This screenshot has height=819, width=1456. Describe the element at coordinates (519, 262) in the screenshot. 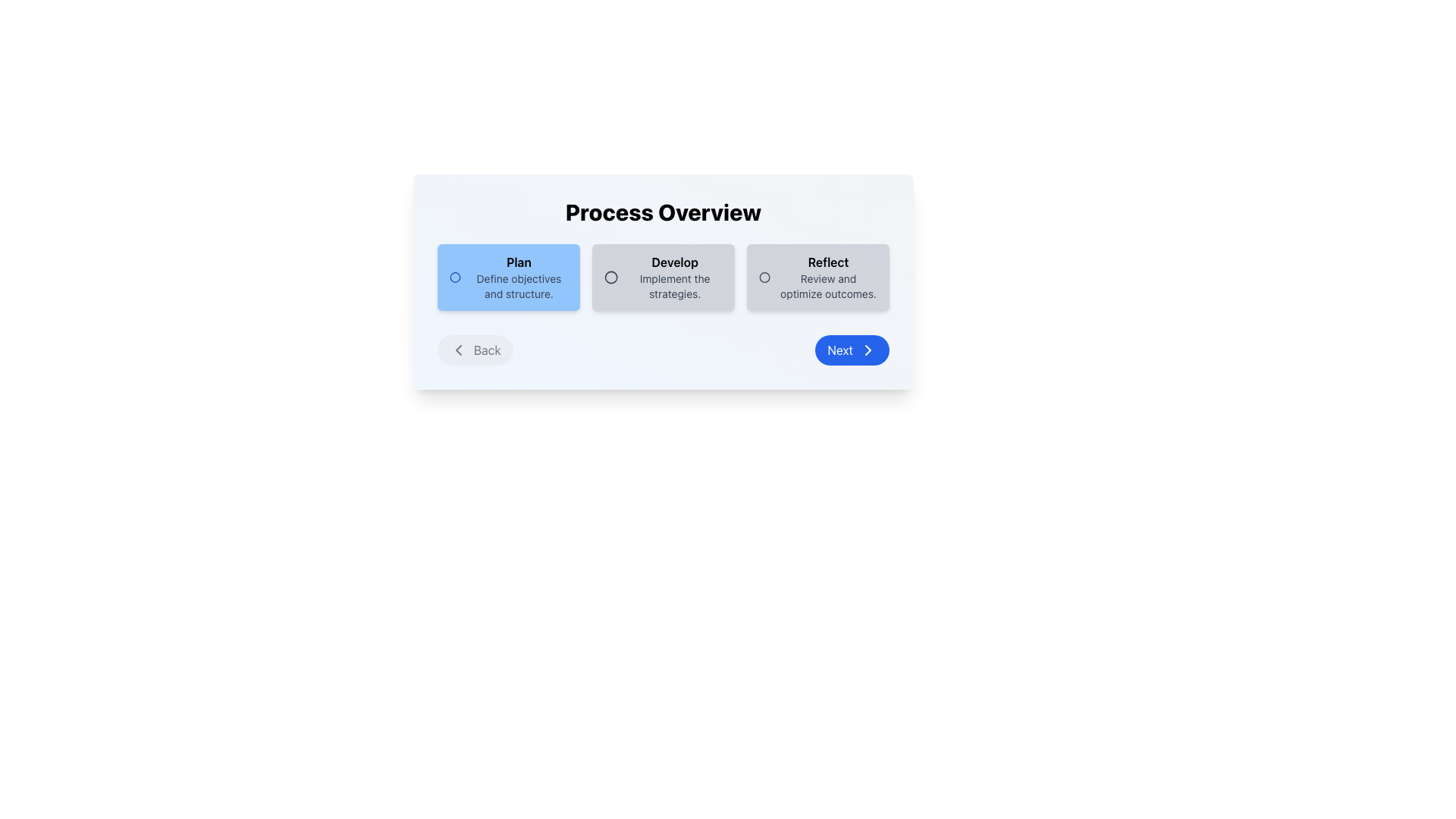

I see `the text element displaying the word 'Plan', which is styled with a bold font and positioned on a light blue background at the top of the leftmost card under the 'Process Overview' heading` at that location.